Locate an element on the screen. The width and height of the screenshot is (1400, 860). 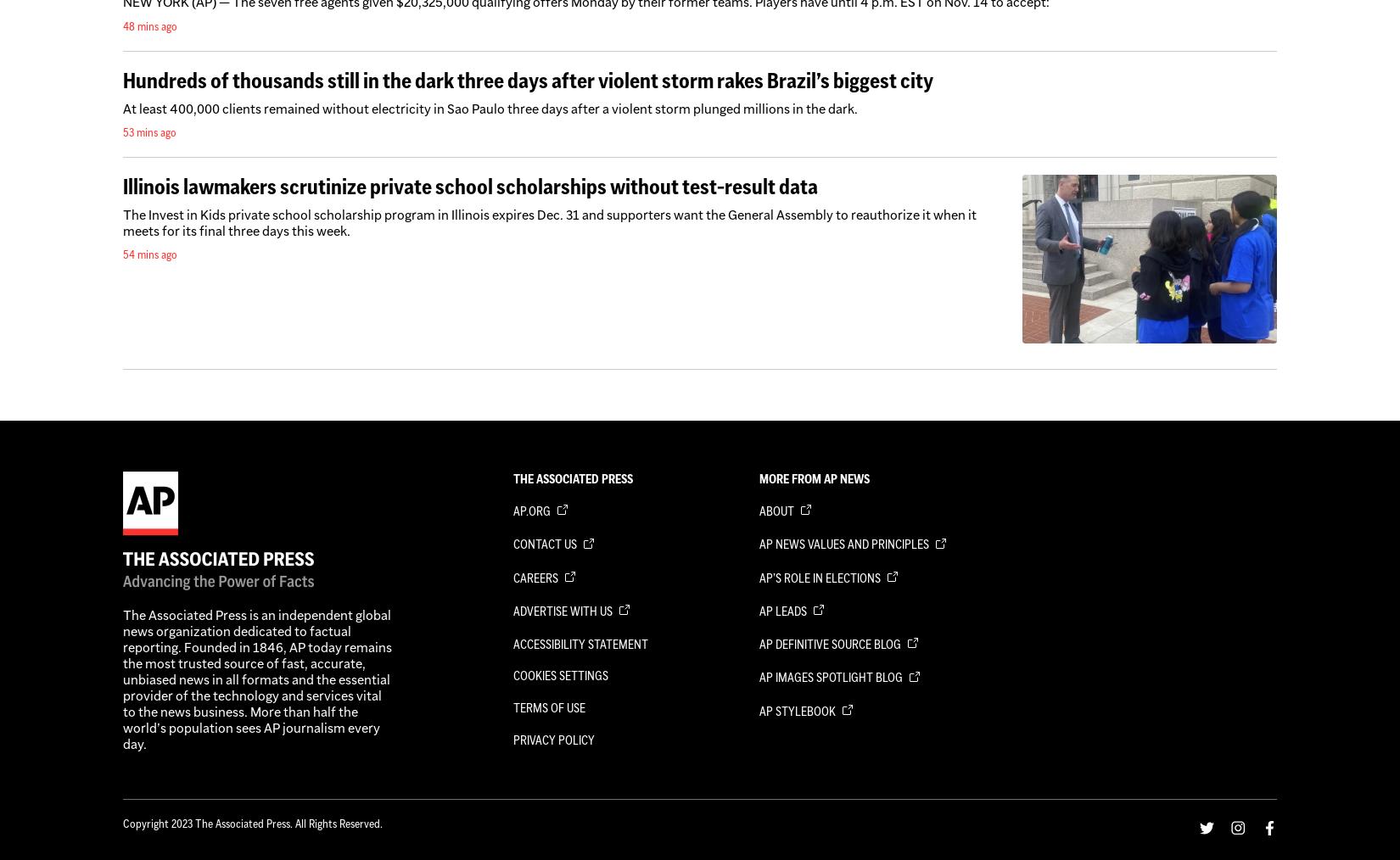
'Illinois lawmakers scrutinize private school scholarships without test-result data' is located at coordinates (469, 185).